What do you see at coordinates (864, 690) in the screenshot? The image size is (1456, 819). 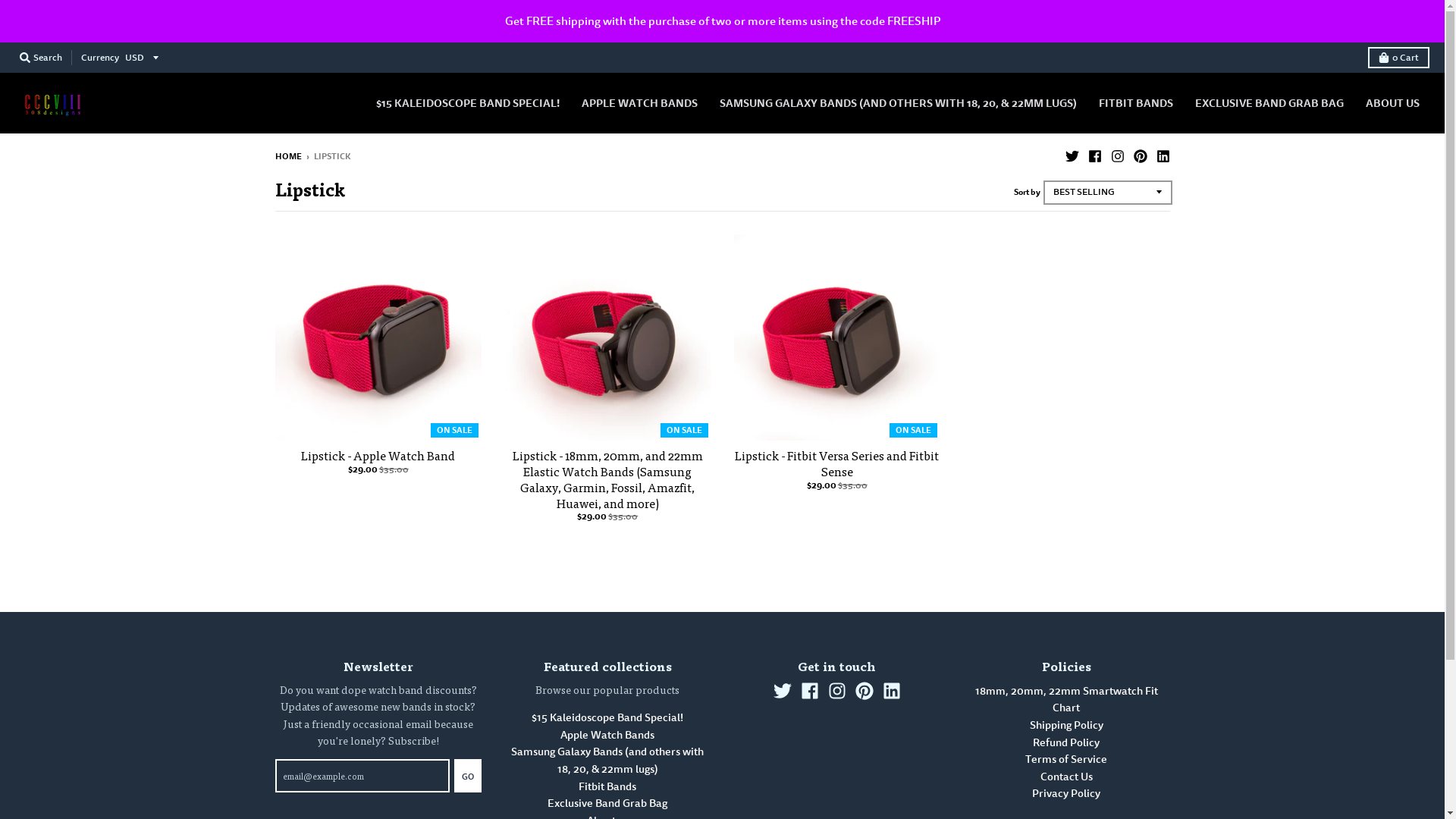 I see `'Pinterest - 308designs - CCCVIII'` at bounding box center [864, 690].